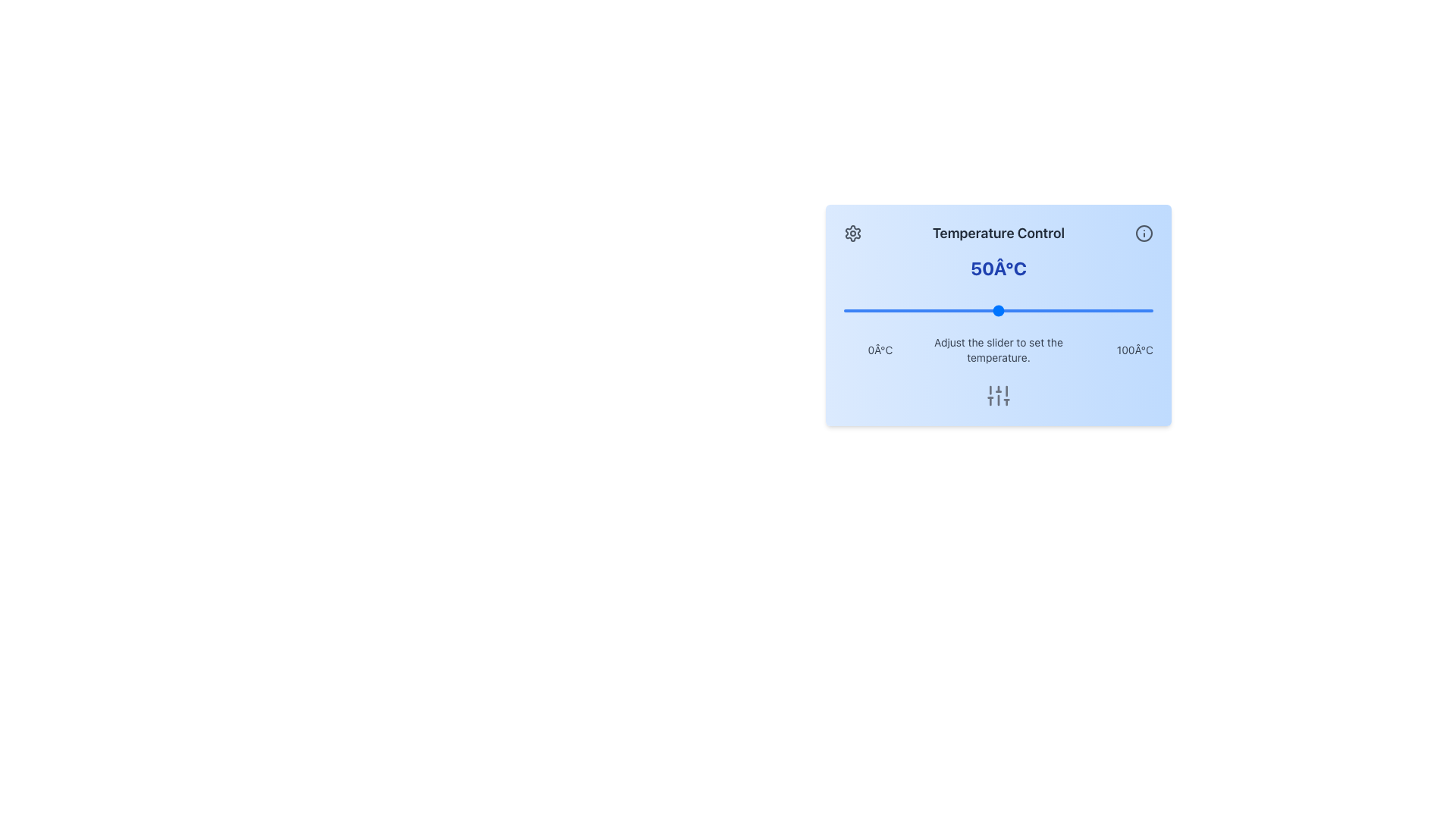 The image size is (1456, 819). I want to click on the horizontal slider control, which is styled with a blue primary color and is located below the temperature display text '50°C', so click(998, 309).